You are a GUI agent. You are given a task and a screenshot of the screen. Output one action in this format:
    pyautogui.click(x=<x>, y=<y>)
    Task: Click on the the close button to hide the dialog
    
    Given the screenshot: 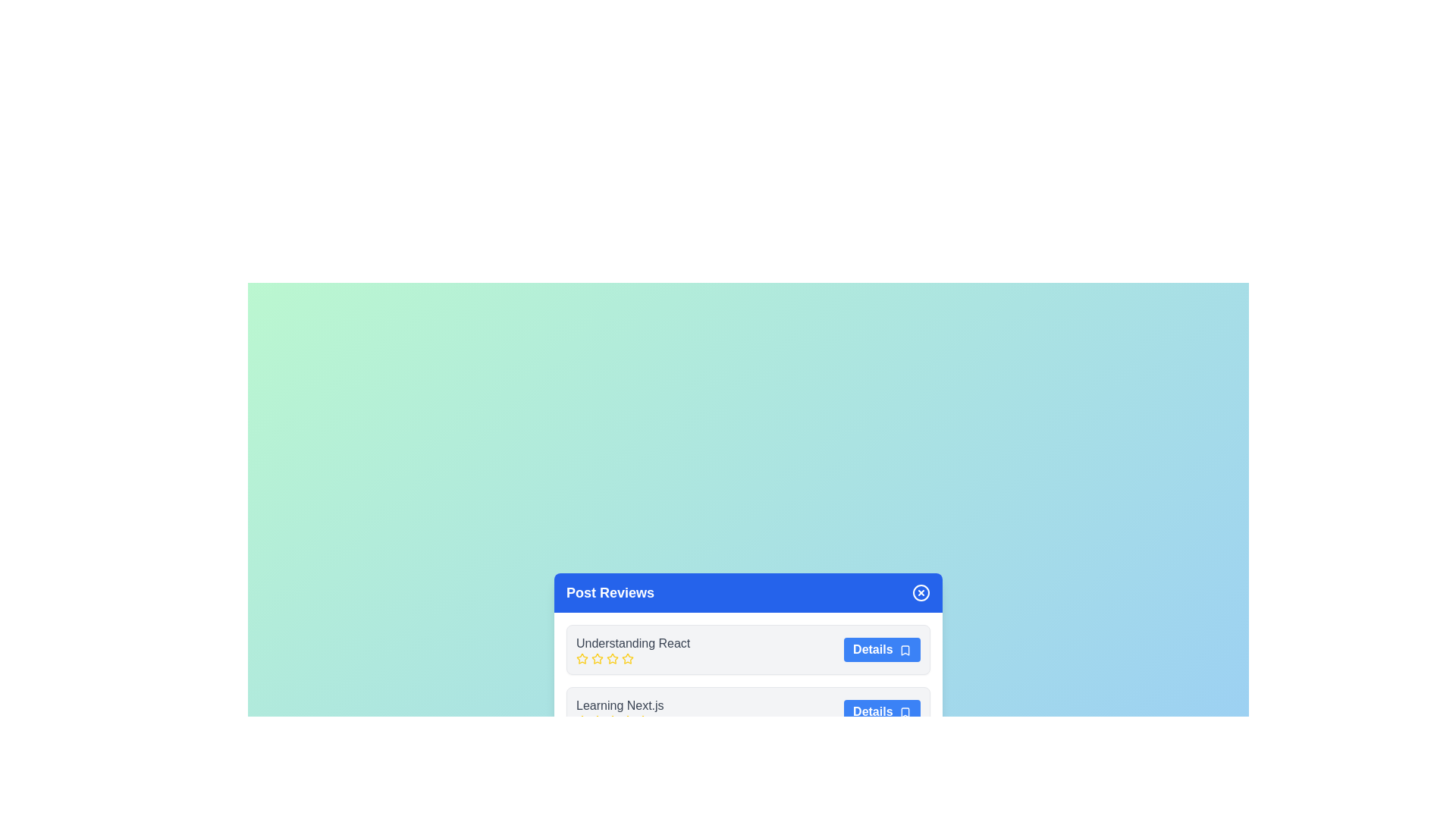 What is the action you would take?
    pyautogui.click(x=920, y=592)
    